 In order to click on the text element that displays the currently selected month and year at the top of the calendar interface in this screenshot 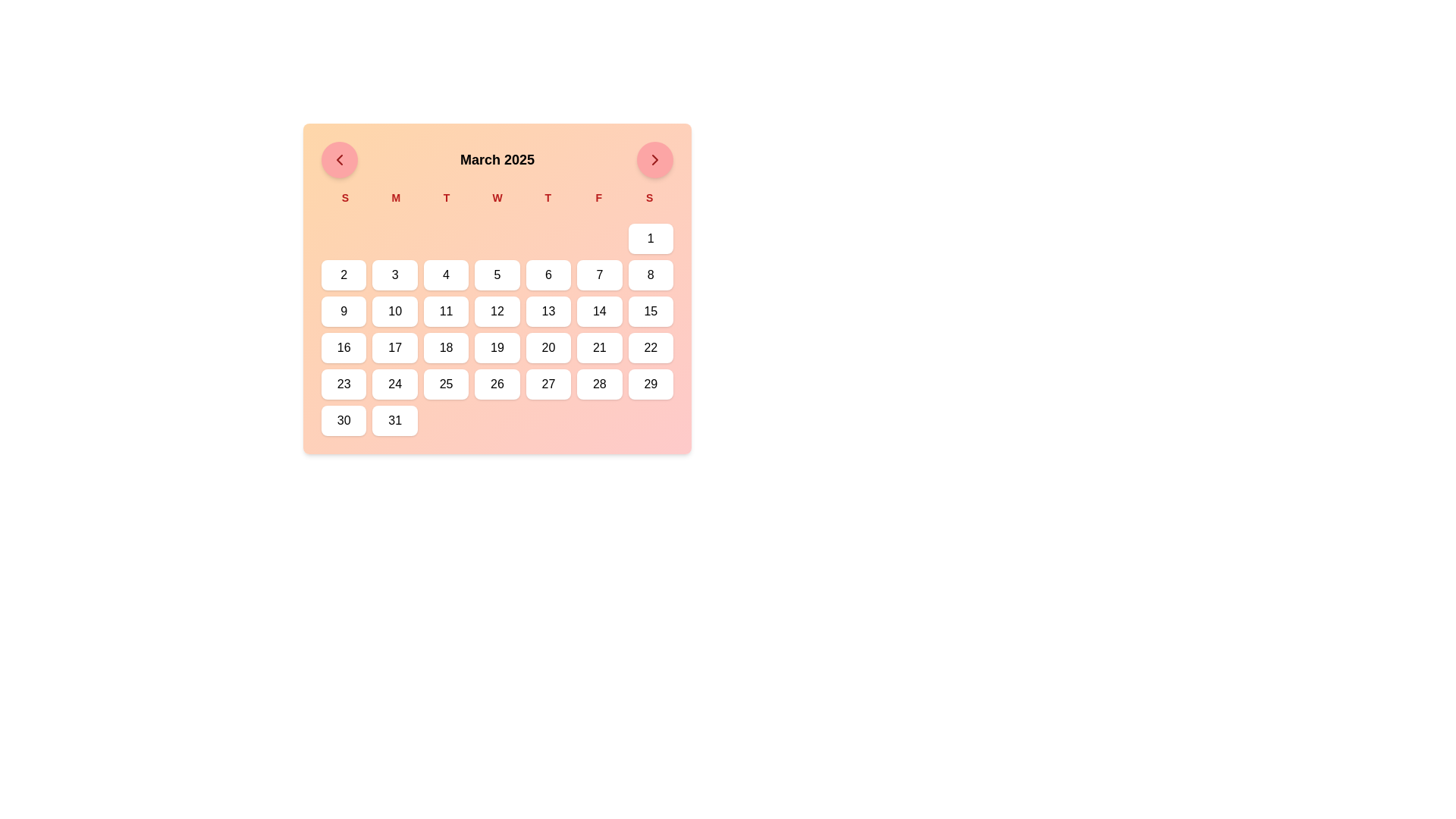, I will do `click(497, 160)`.